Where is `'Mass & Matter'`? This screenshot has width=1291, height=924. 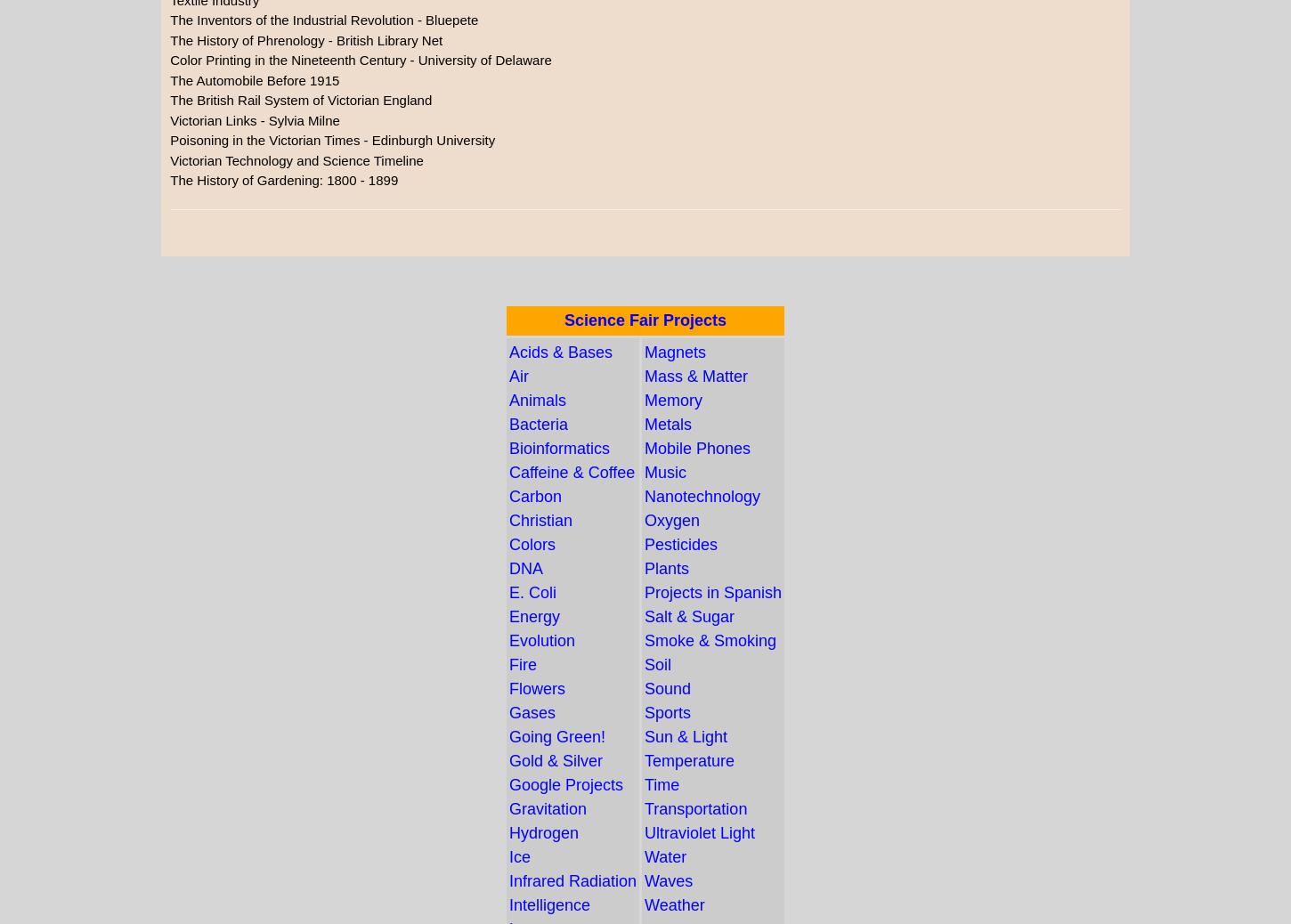 'Mass & Matter' is located at coordinates (695, 376).